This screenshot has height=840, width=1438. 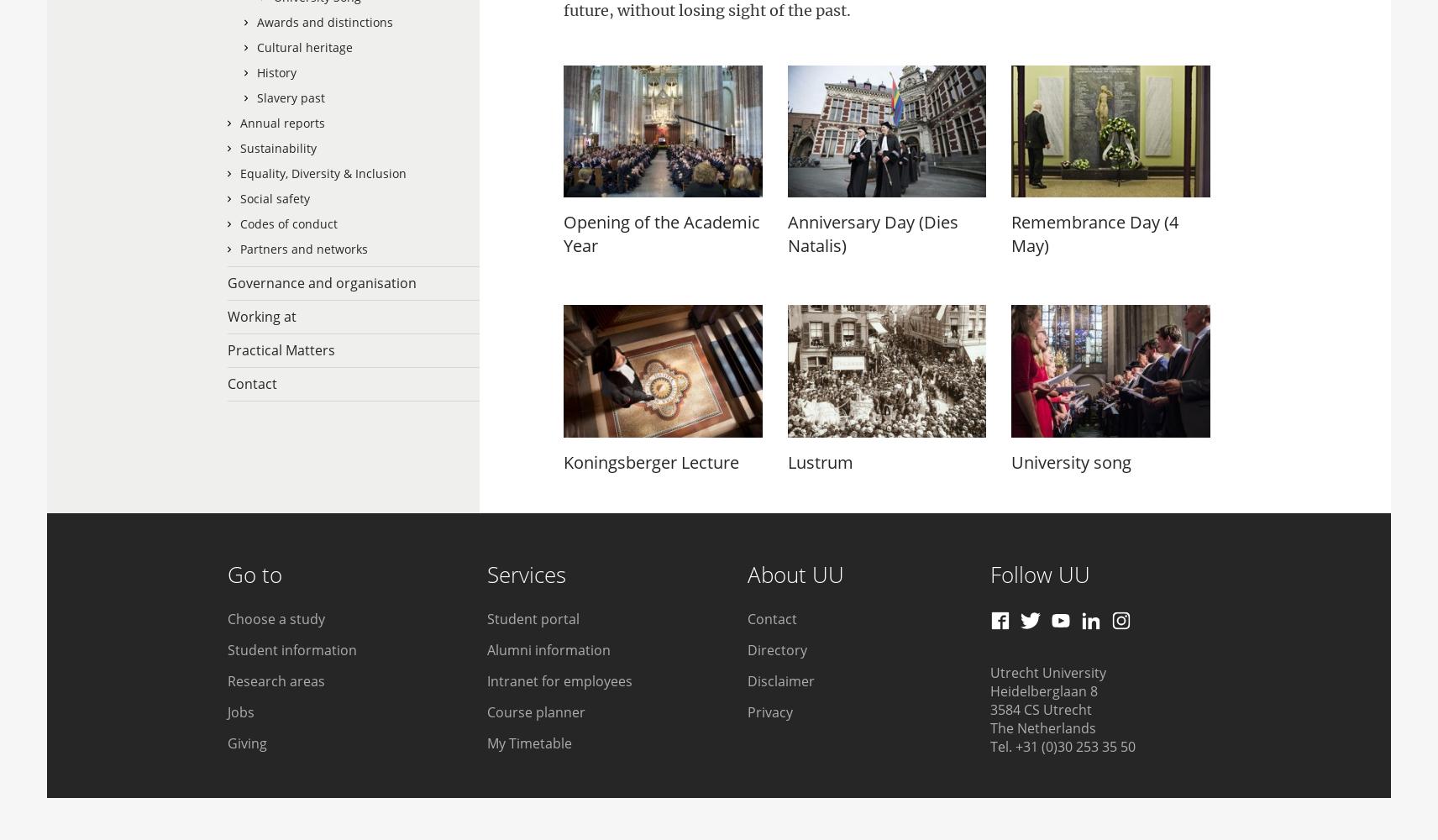 What do you see at coordinates (240, 711) in the screenshot?
I see `'Jobs'` at bounding box center [240, 711].